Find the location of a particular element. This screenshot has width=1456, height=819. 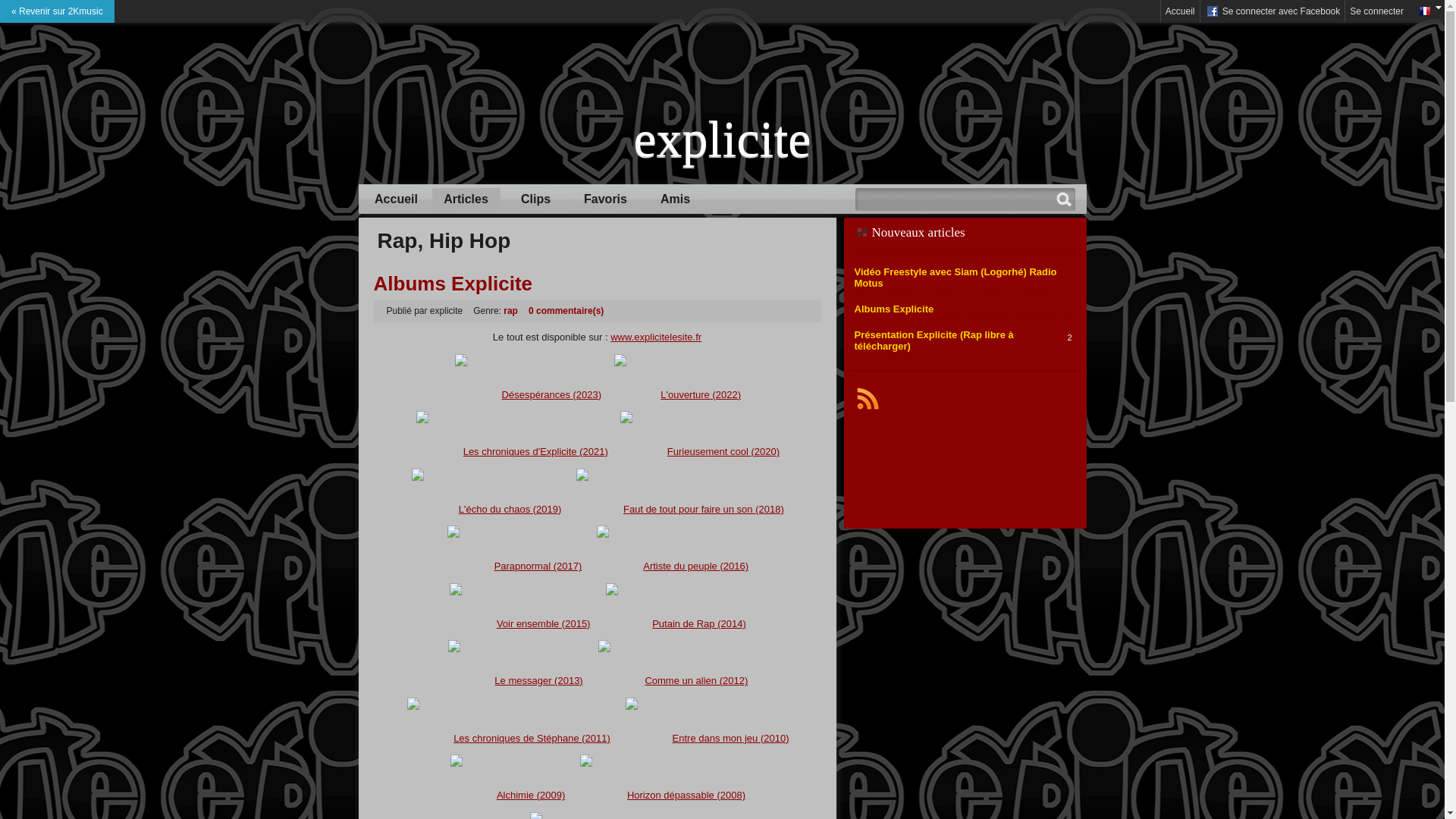

'Accueil' is located at coordinates (1179, 11).